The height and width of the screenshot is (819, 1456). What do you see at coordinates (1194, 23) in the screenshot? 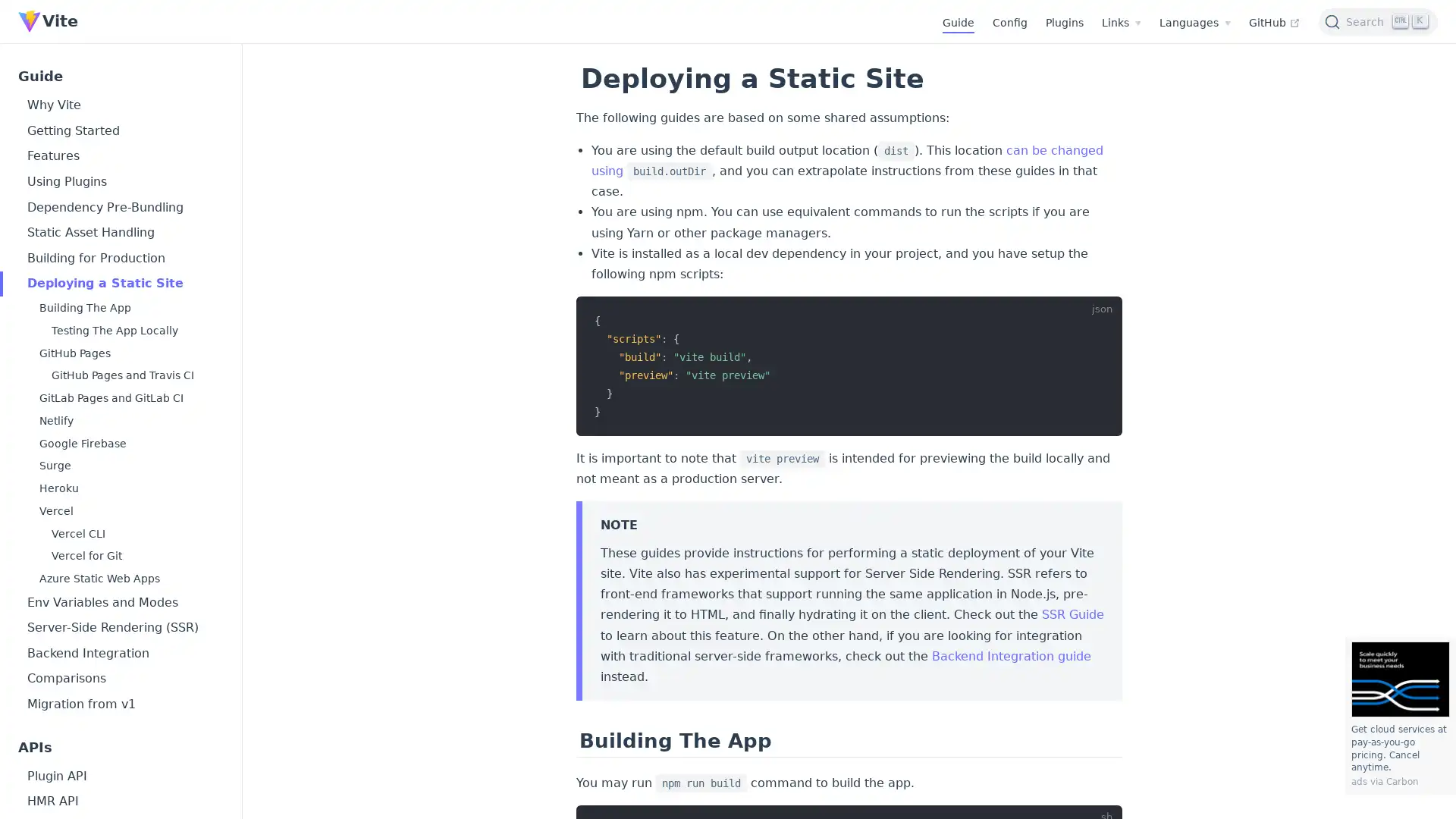
I see `Languages` at bounding box center [1194, 23].